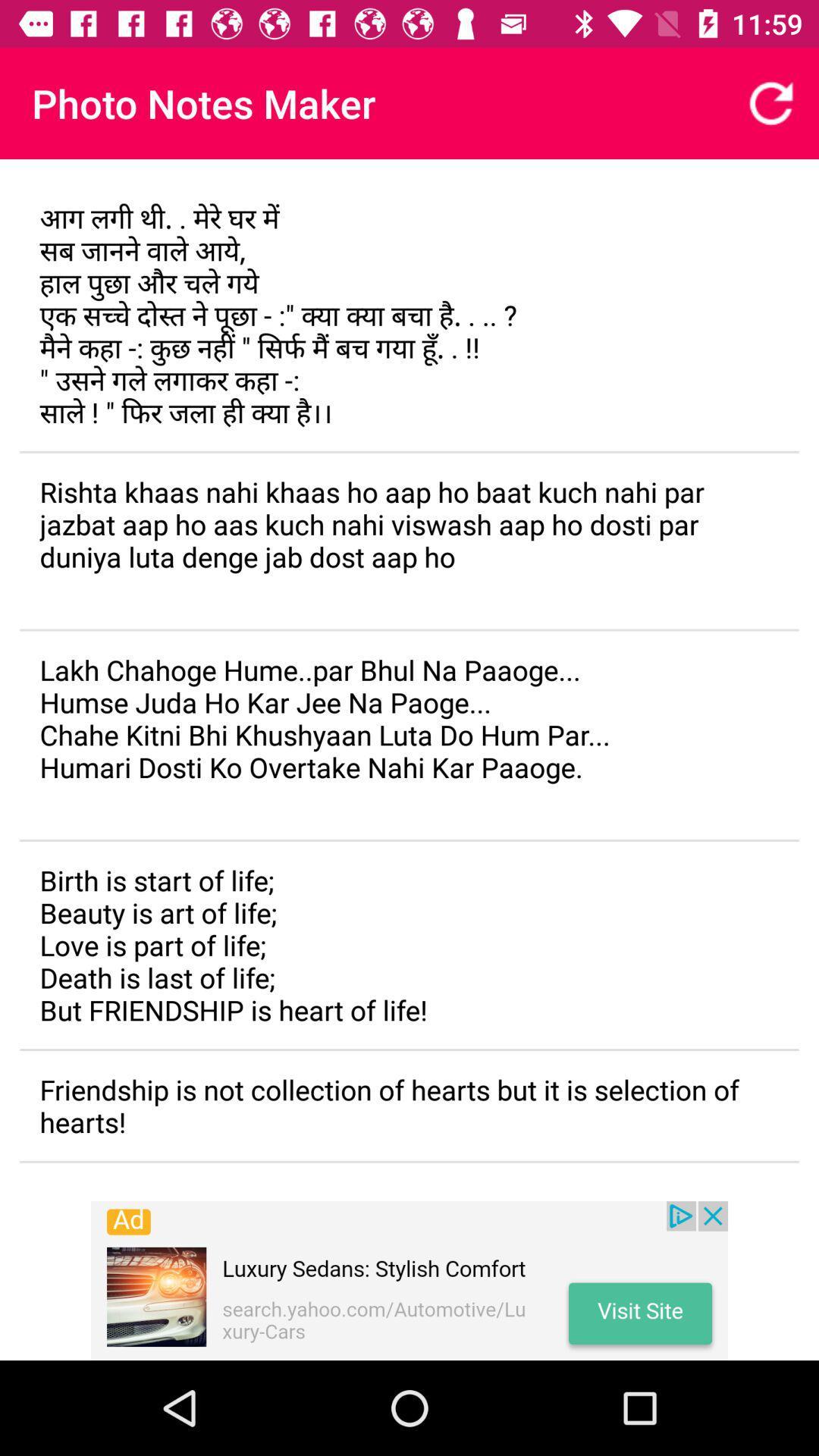 The height and width of the screenshot is (1456, 819). I want to click on see adds, so click(409, 1280).